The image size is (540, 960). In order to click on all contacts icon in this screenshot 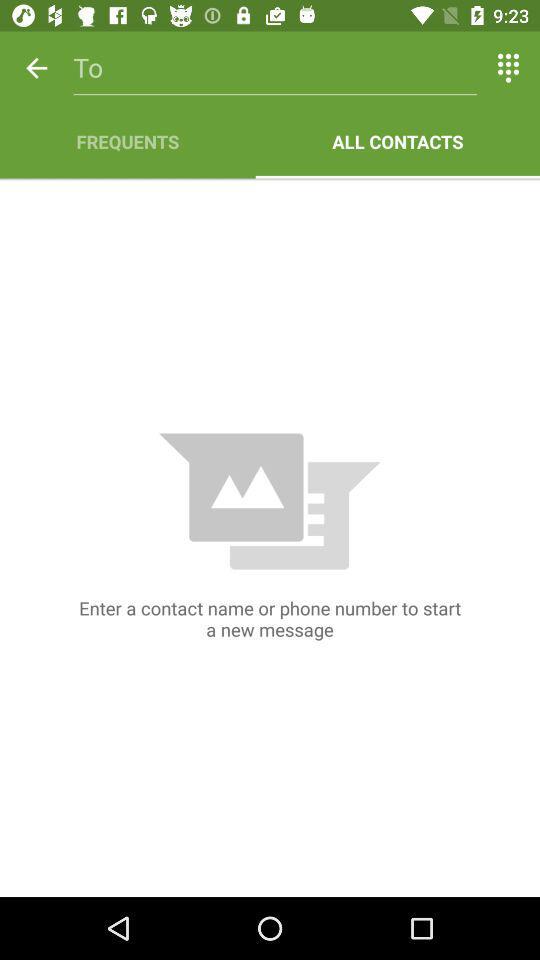, I will do `click(397, 140)`.